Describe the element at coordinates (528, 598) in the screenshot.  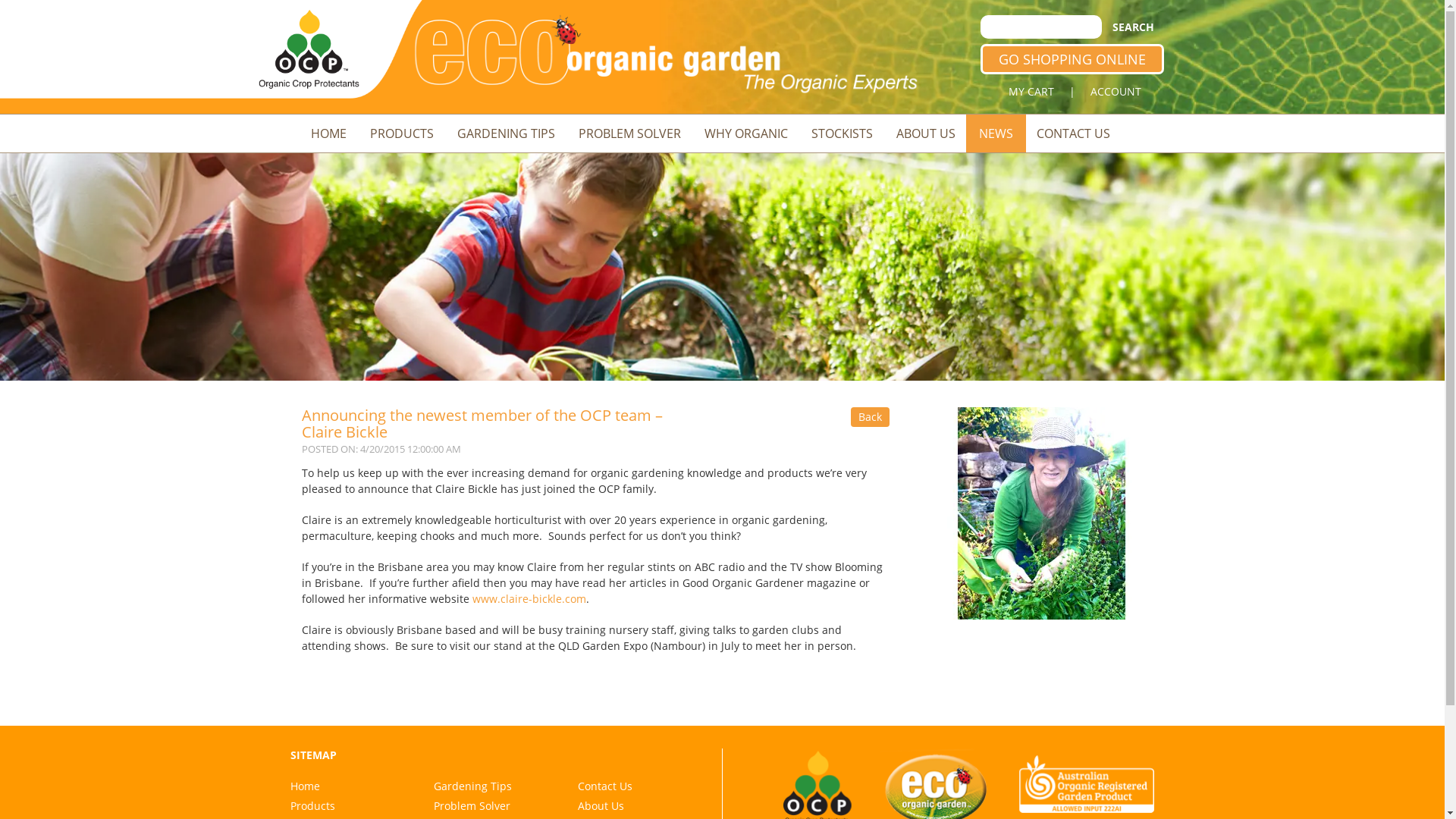
I see `'www.claire-bickle.com'` at that location.